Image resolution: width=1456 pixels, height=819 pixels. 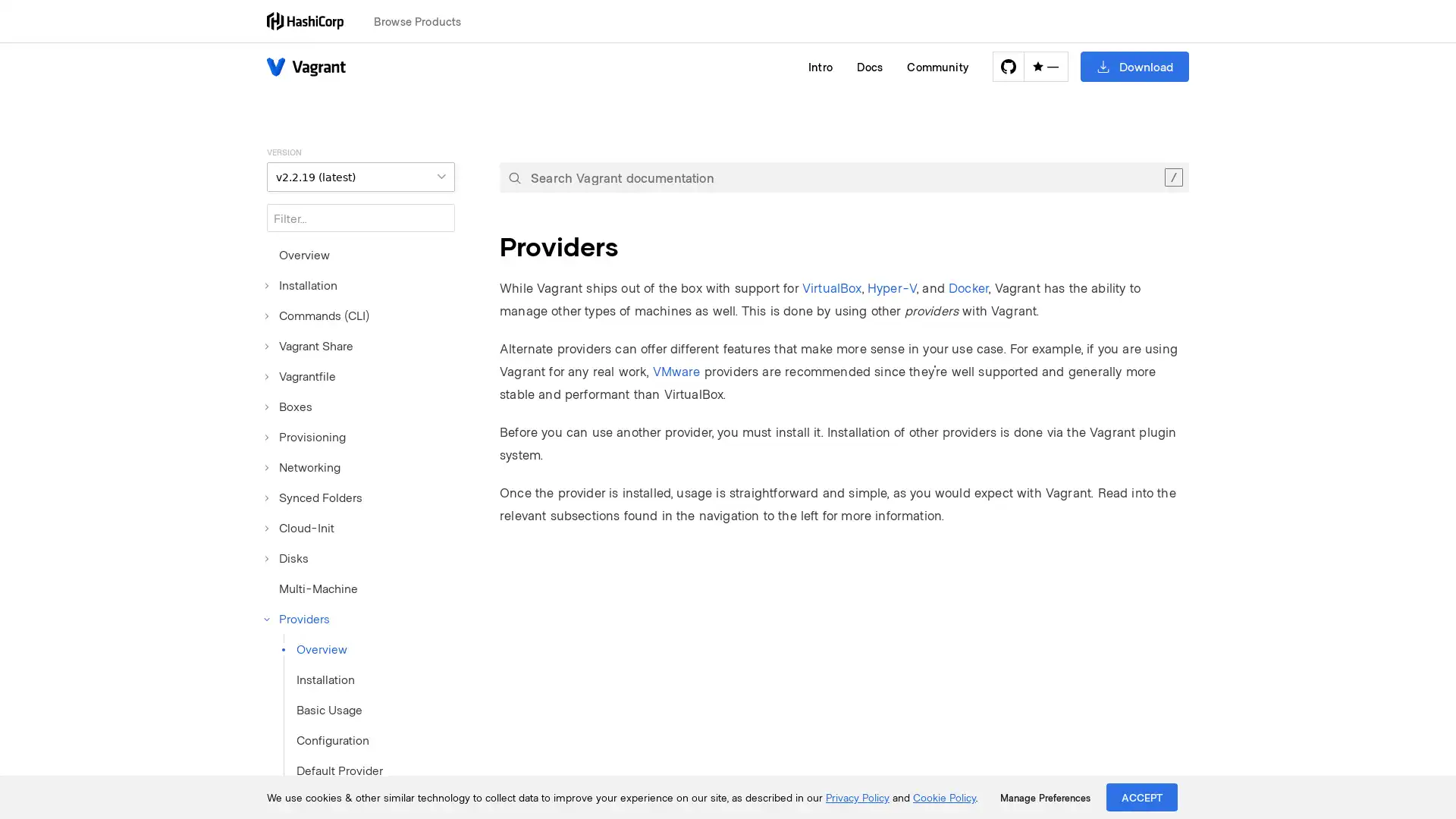 What do you see at coordinates (1172, 177) in the screenshot?
I see `Clear the search query.` at bounding box center [1172, 177].